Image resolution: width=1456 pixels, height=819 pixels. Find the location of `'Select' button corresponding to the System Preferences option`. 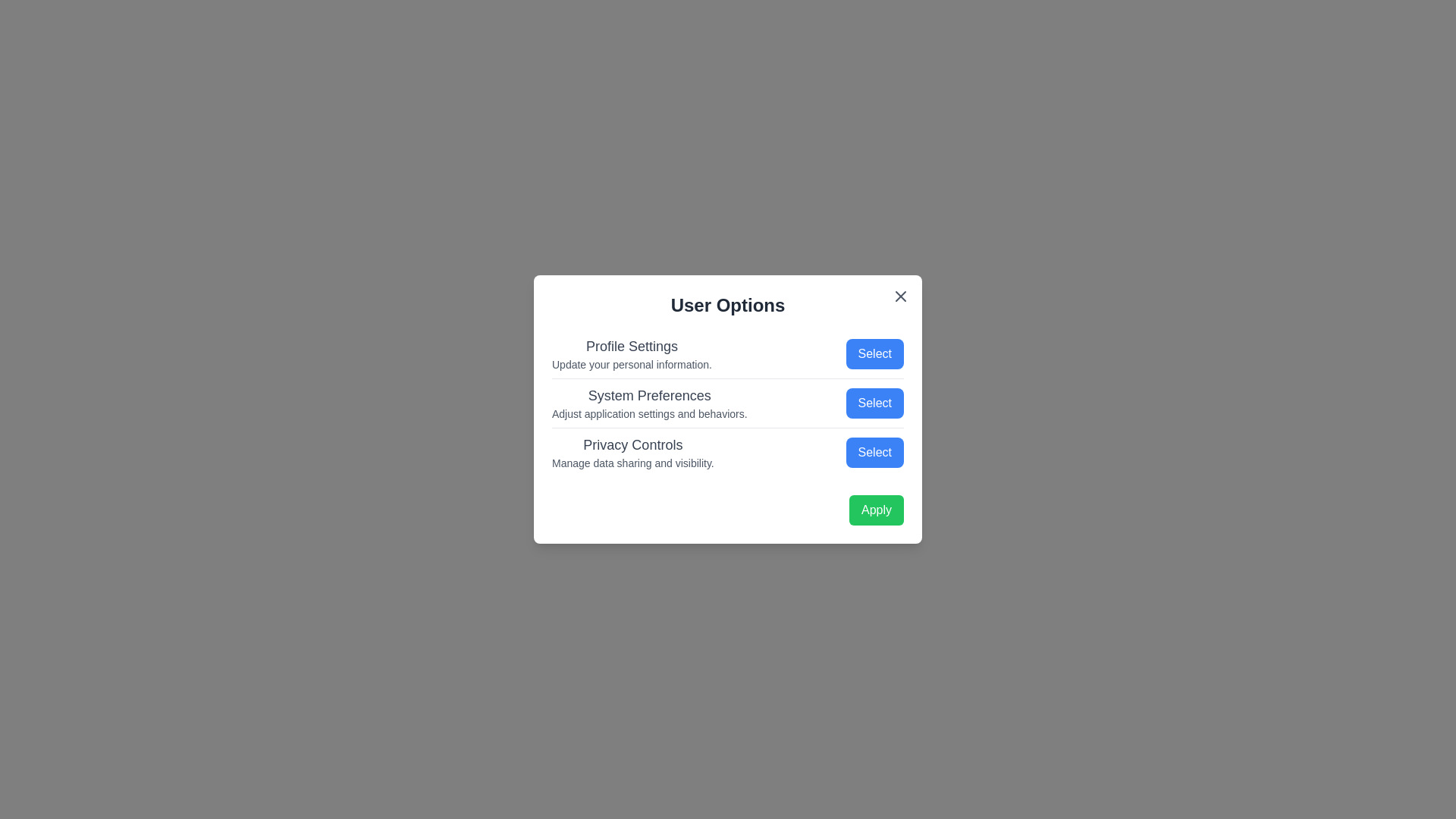

'Select' button corresponding to the System Preferences option is located at coordinates (874, 403).